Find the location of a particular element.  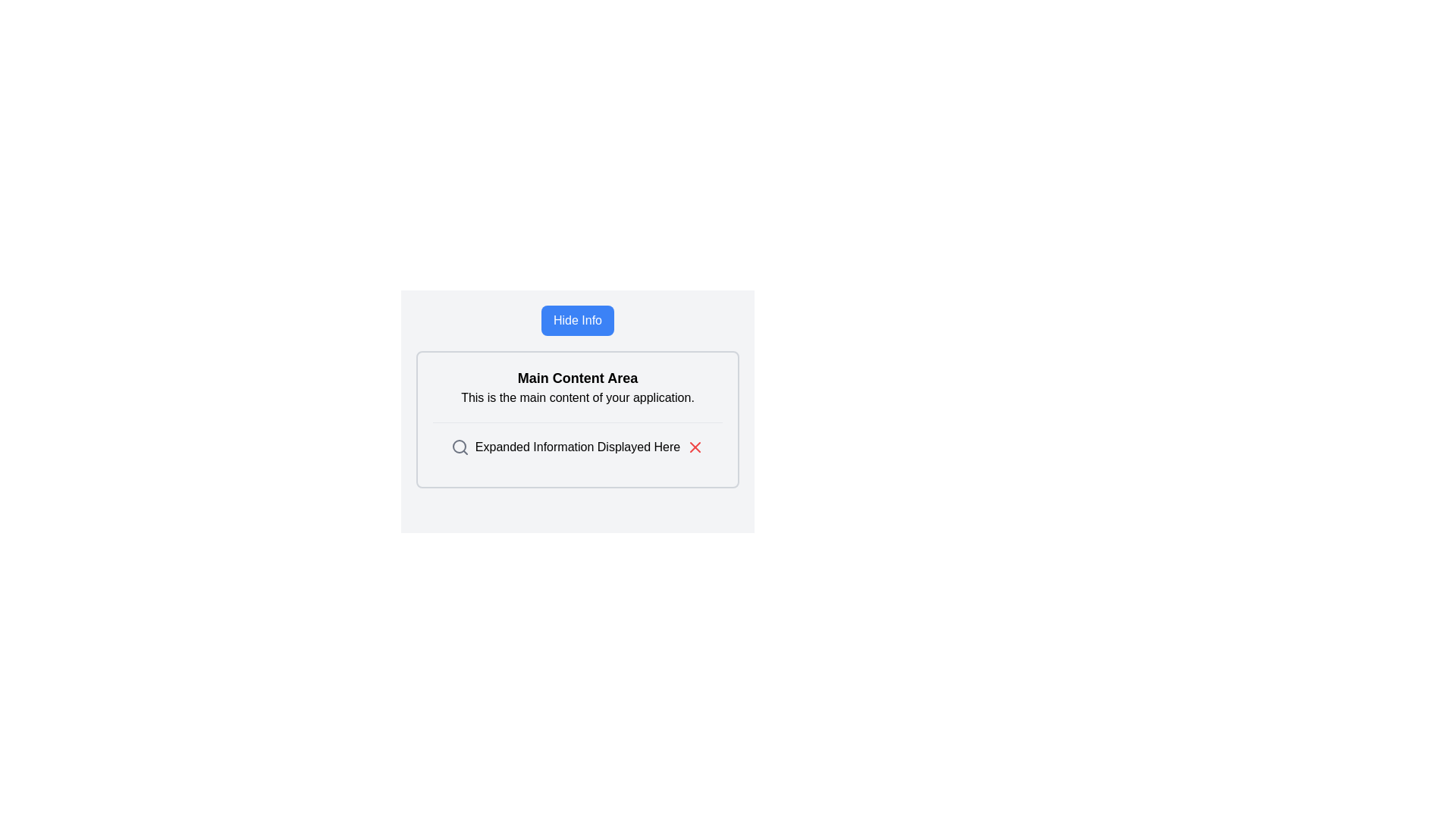

the search icon located to the left of the text 'Expanded Information Displayed Here' to initiate a detailed view is located at coordinates (459, 447).